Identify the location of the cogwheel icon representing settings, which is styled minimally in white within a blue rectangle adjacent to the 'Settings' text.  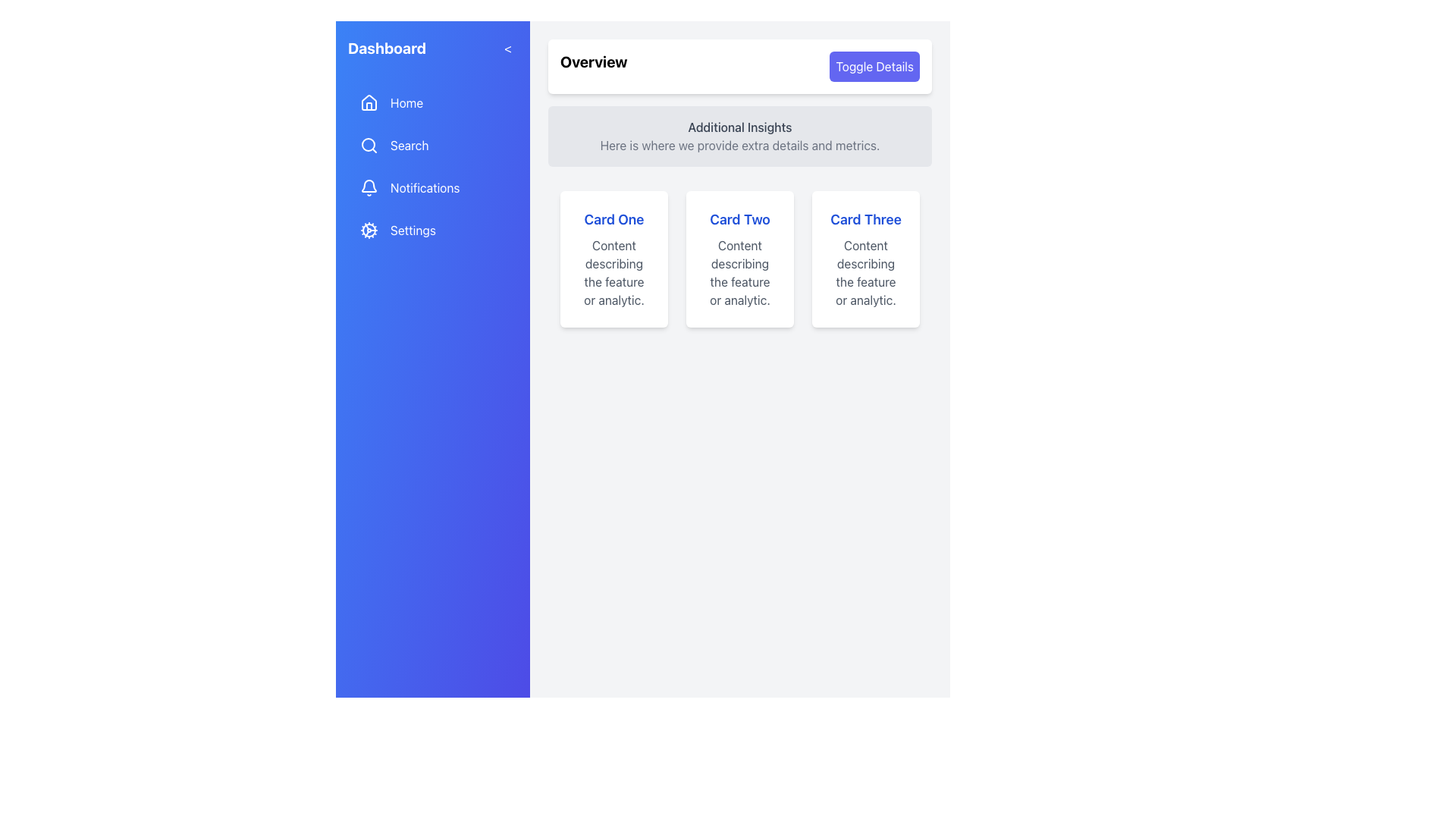
(369, 231).